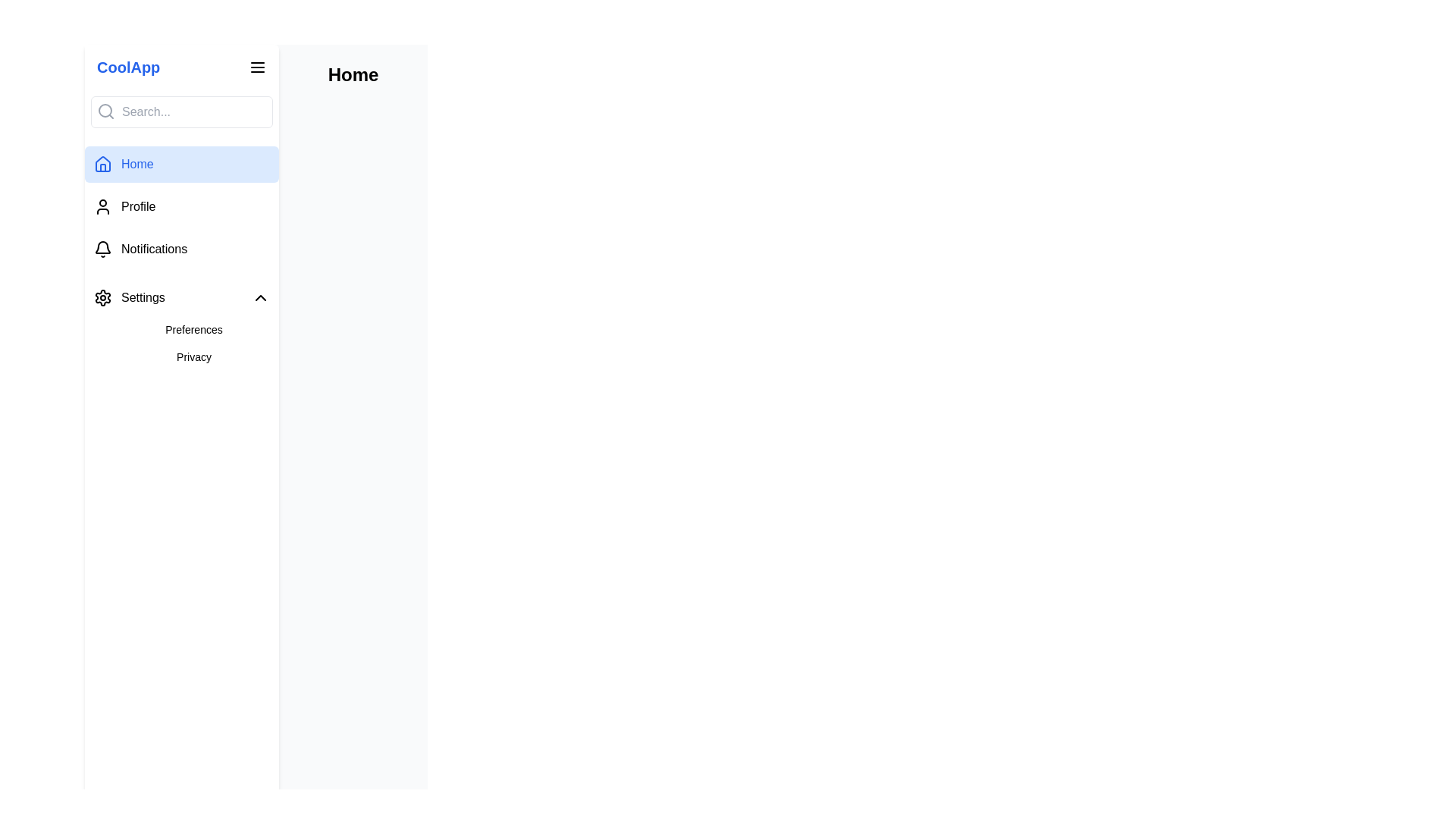  What do you see at coordinates (105, 110) in the screenshot?
I see `the search icon located at the top-left corner of the search text input field in the sidebar menu` at bounding box center [105, 110].